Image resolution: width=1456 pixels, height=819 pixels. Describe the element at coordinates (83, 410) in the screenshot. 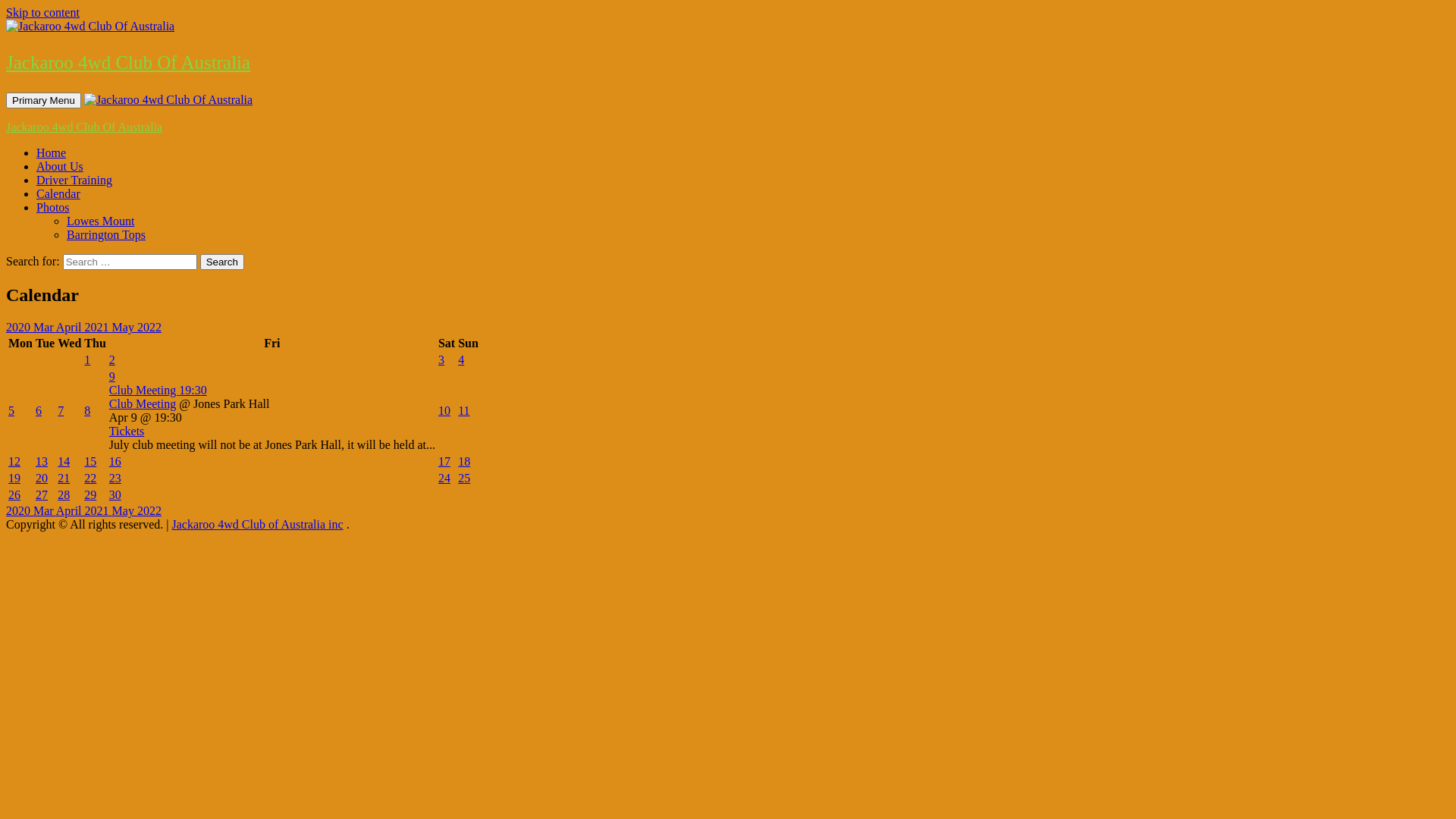

I see `'8'` at that location.